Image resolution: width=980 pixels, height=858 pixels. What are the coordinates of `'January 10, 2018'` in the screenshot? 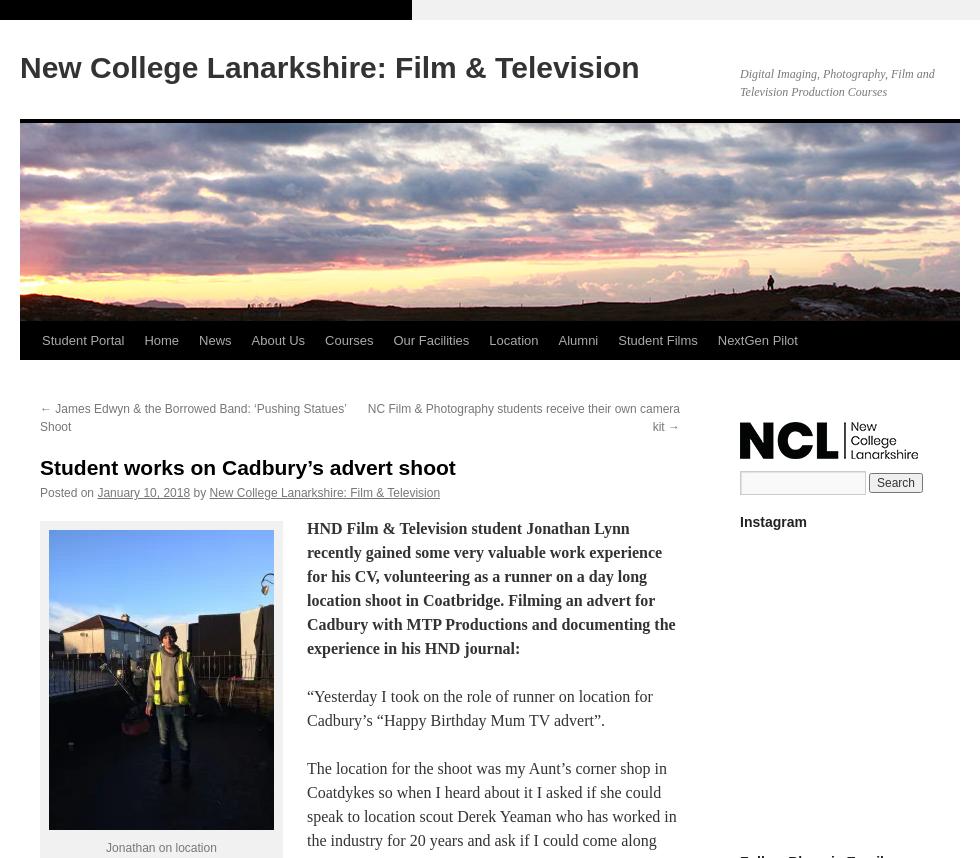 It's located at (97, 492).